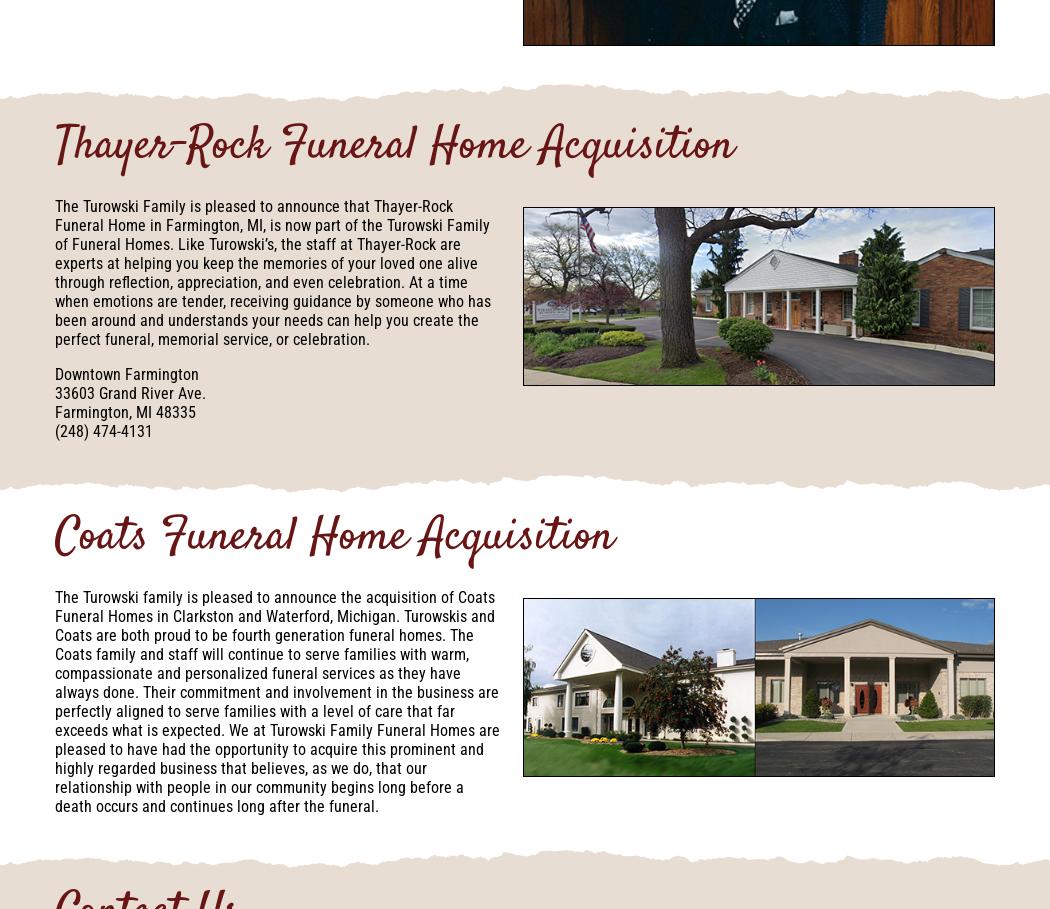  What do you see at coordinates (54, 430) in the screenshot?
I see `'(248) 474-4131'` at bounding box center [54, 430].